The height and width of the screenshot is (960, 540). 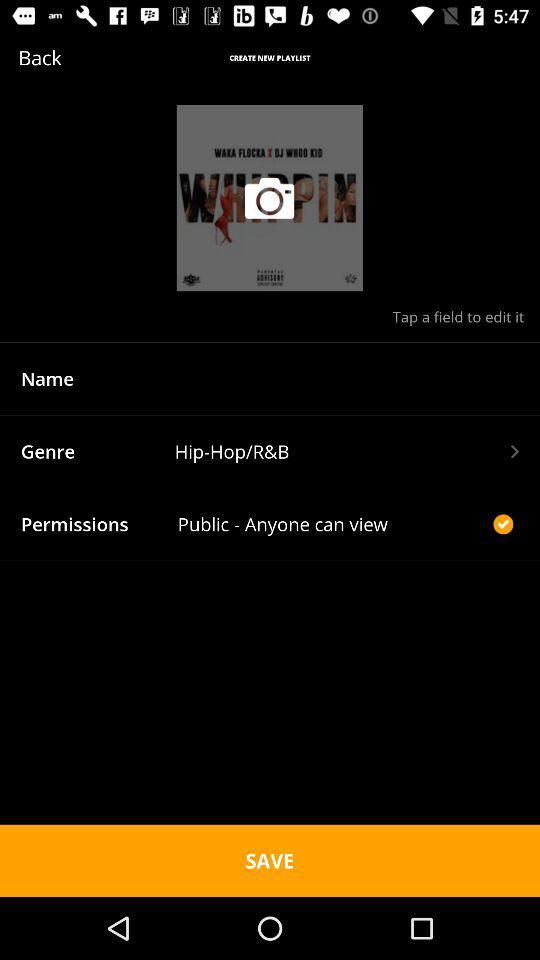 I want to click on back, so click(x=69, y=56).